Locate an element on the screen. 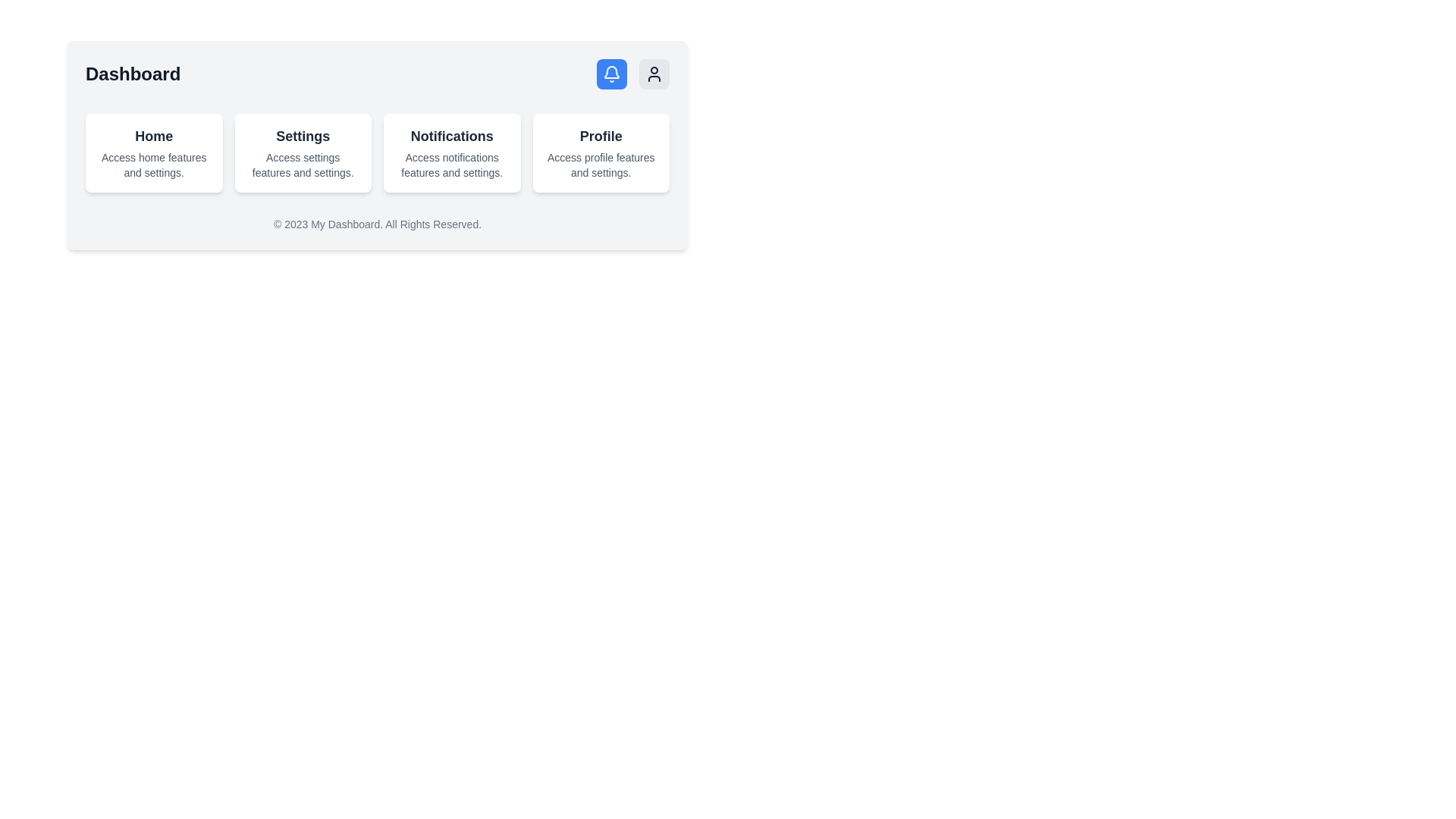 The width and height of the screenshot is (1456, 819). the descriptive text element that provides additional information about the 'Settings' feature, located beneath the title 'Settings' in the central column of the grid layout is located at coordinates (303, 165).